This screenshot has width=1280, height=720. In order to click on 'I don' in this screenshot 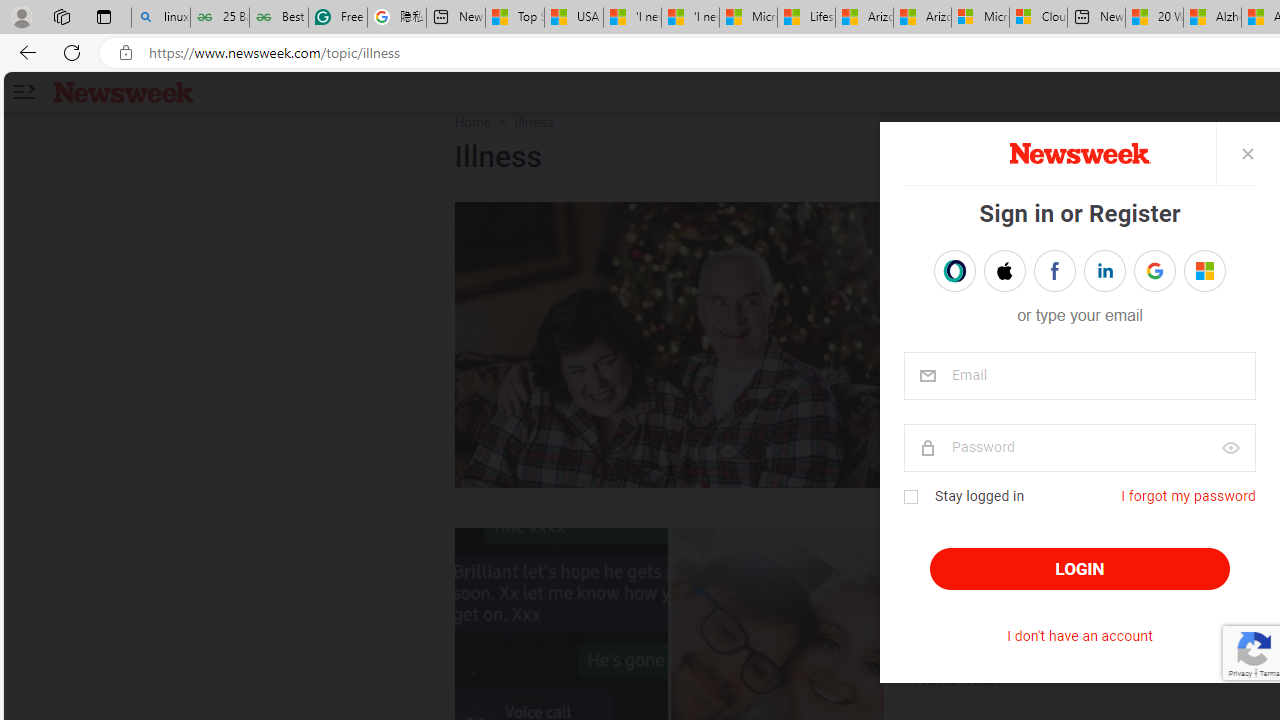, I will do `click(1078, 636)`.